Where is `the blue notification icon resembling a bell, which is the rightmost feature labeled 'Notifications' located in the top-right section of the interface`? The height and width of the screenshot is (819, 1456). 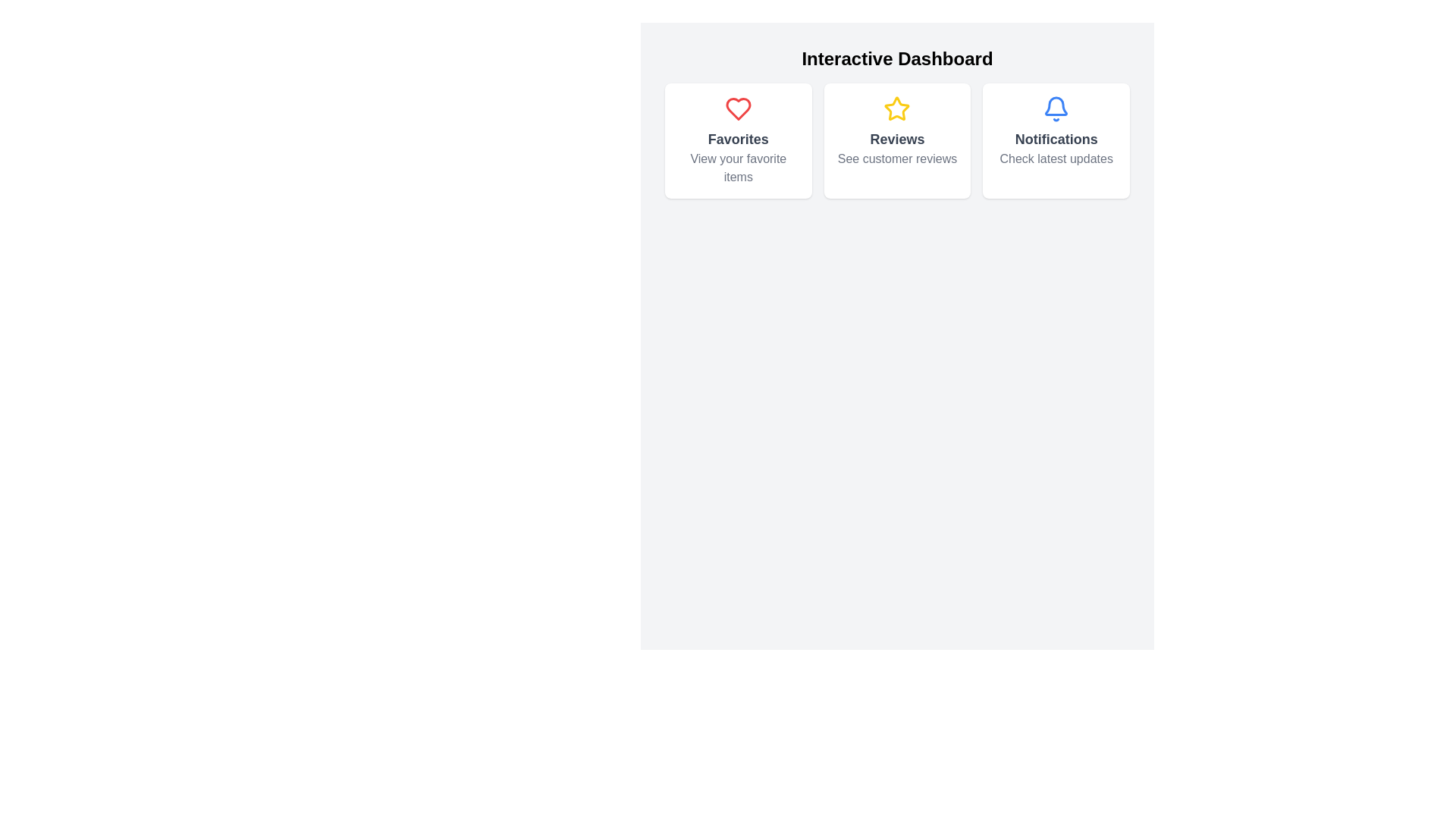 the blue notification icon resembling a bell, which is the rightmost feature labeled 'Notifications' located in the top-right section of the interface is located at coordinates (1056, 108).